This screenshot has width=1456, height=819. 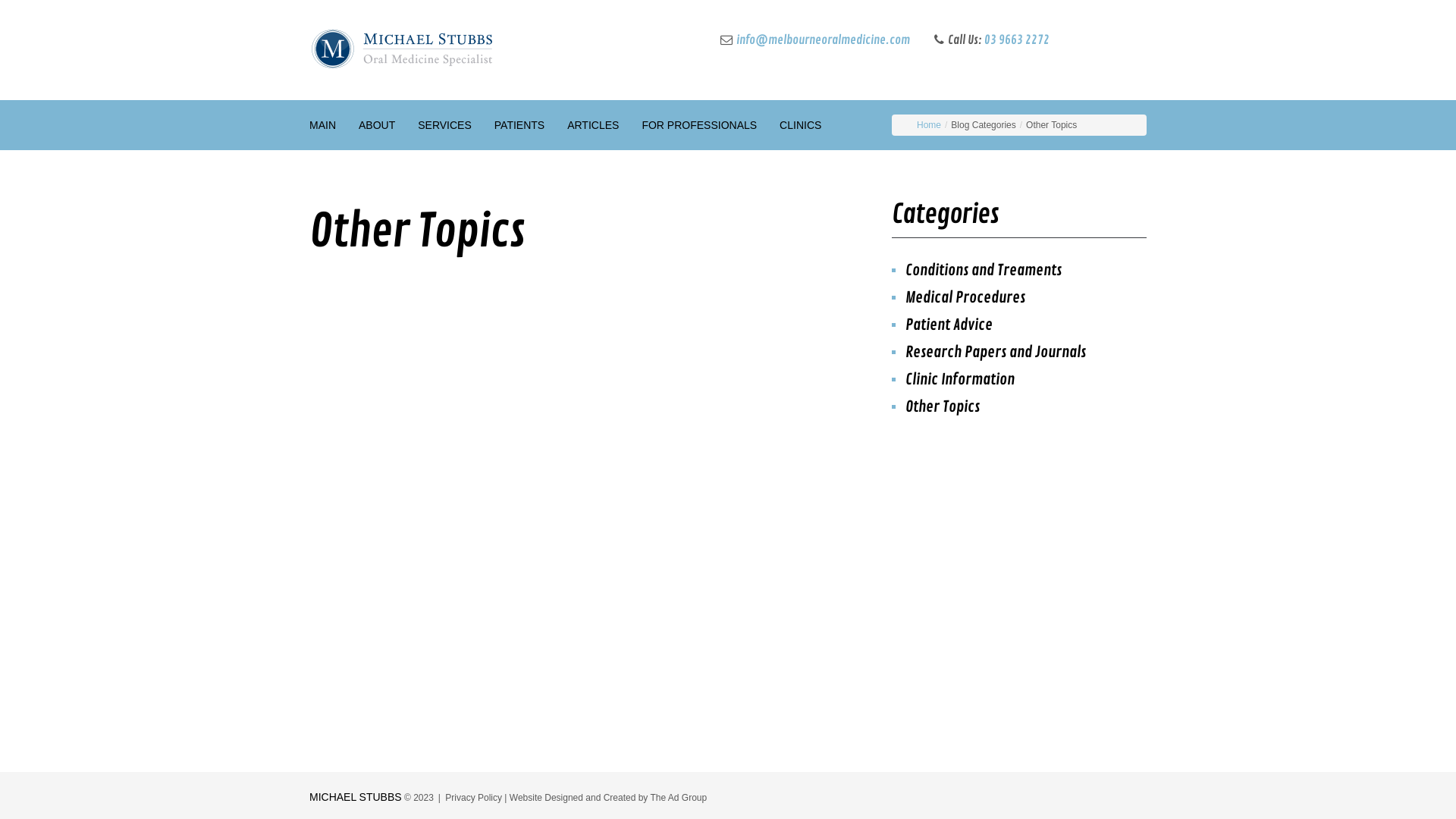 What do you see at coordinates (650, 797) in the screenshot?
I see `'The Ad Group'` at bounding box center [650, 797].